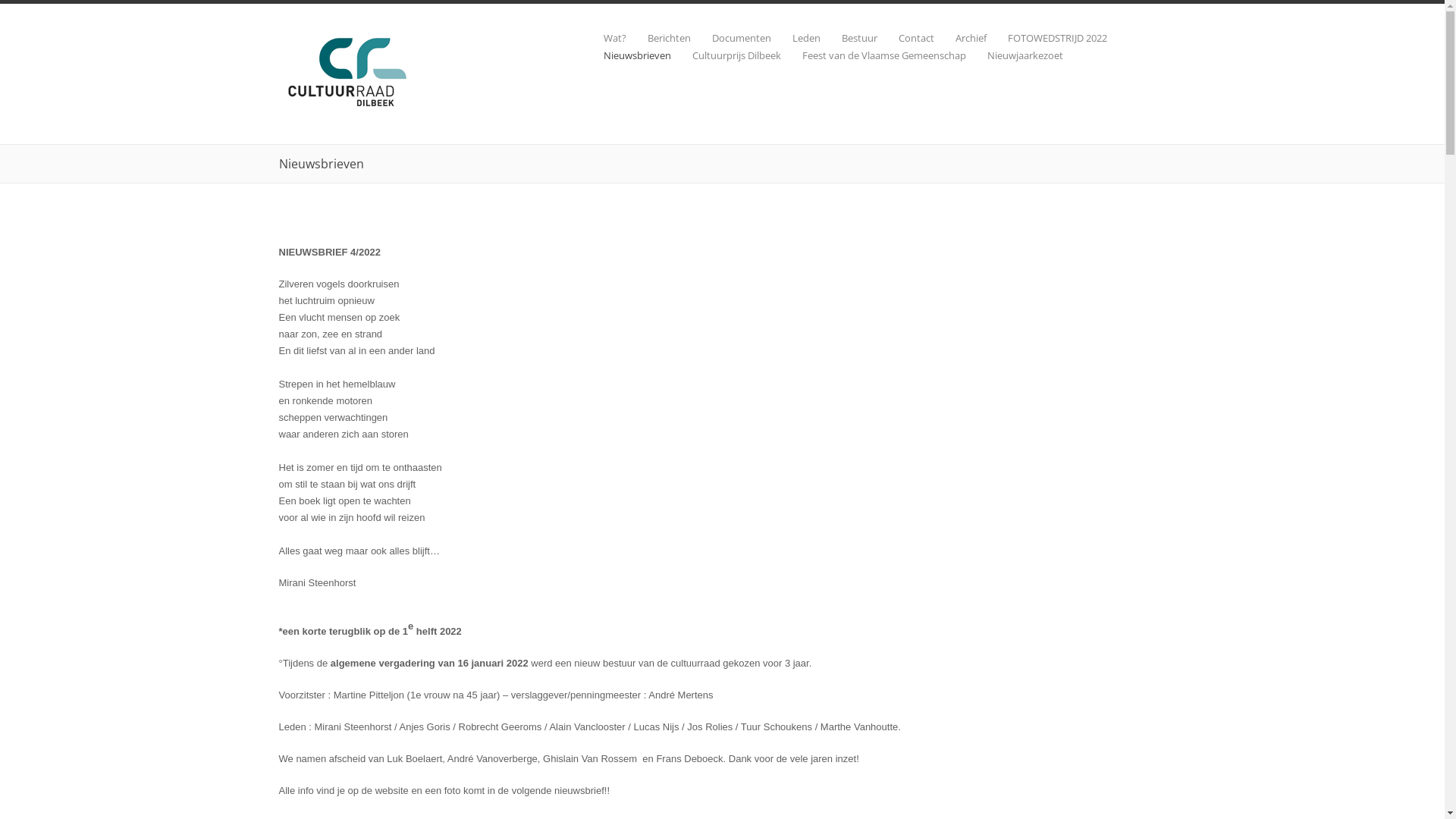 Image resolution: width=1456 pixels, height=819 pixels. I want to click on 'Leden', so click(770, 37).